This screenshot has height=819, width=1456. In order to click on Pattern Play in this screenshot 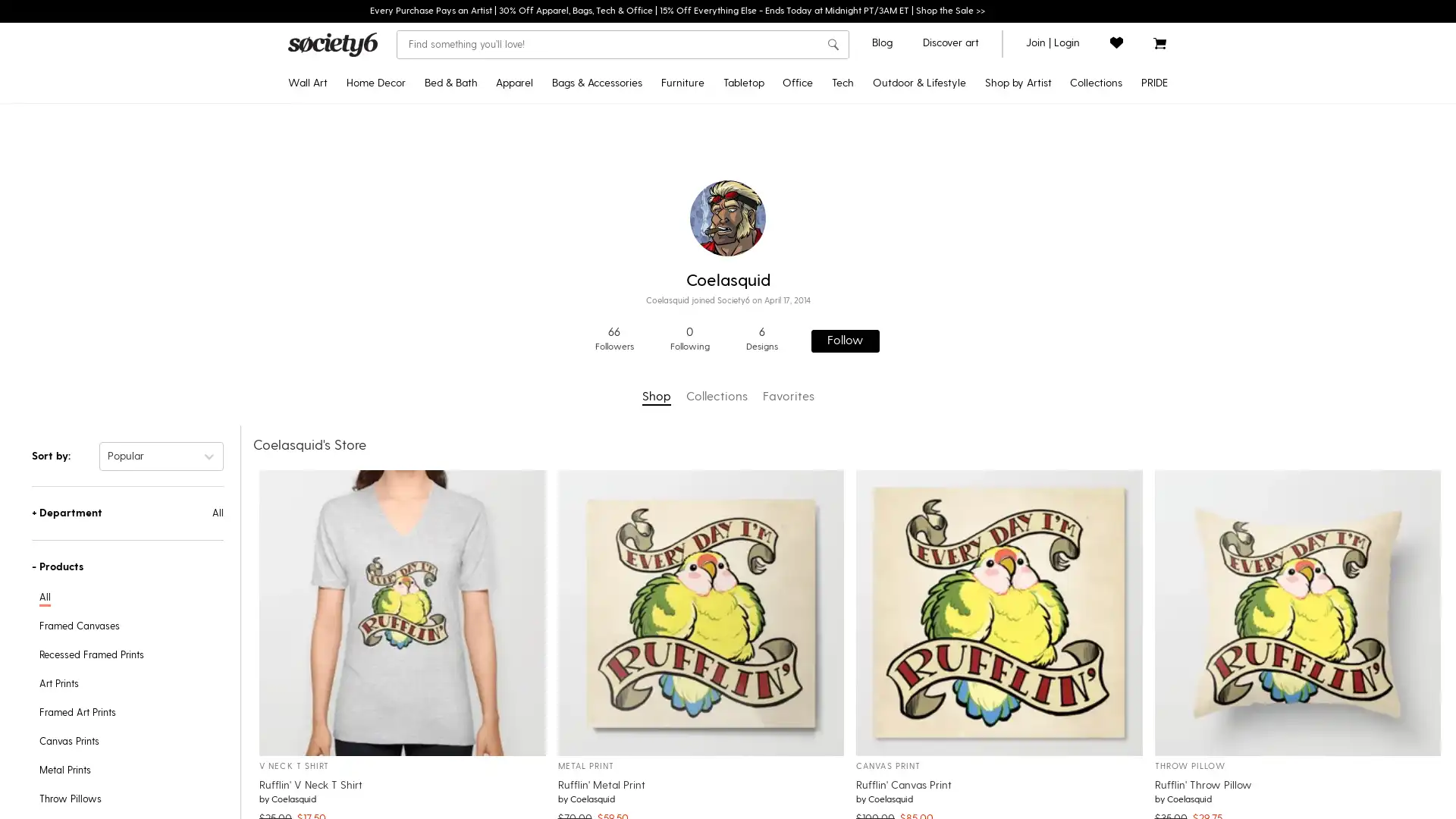, I will do `click(1040, 342)`.